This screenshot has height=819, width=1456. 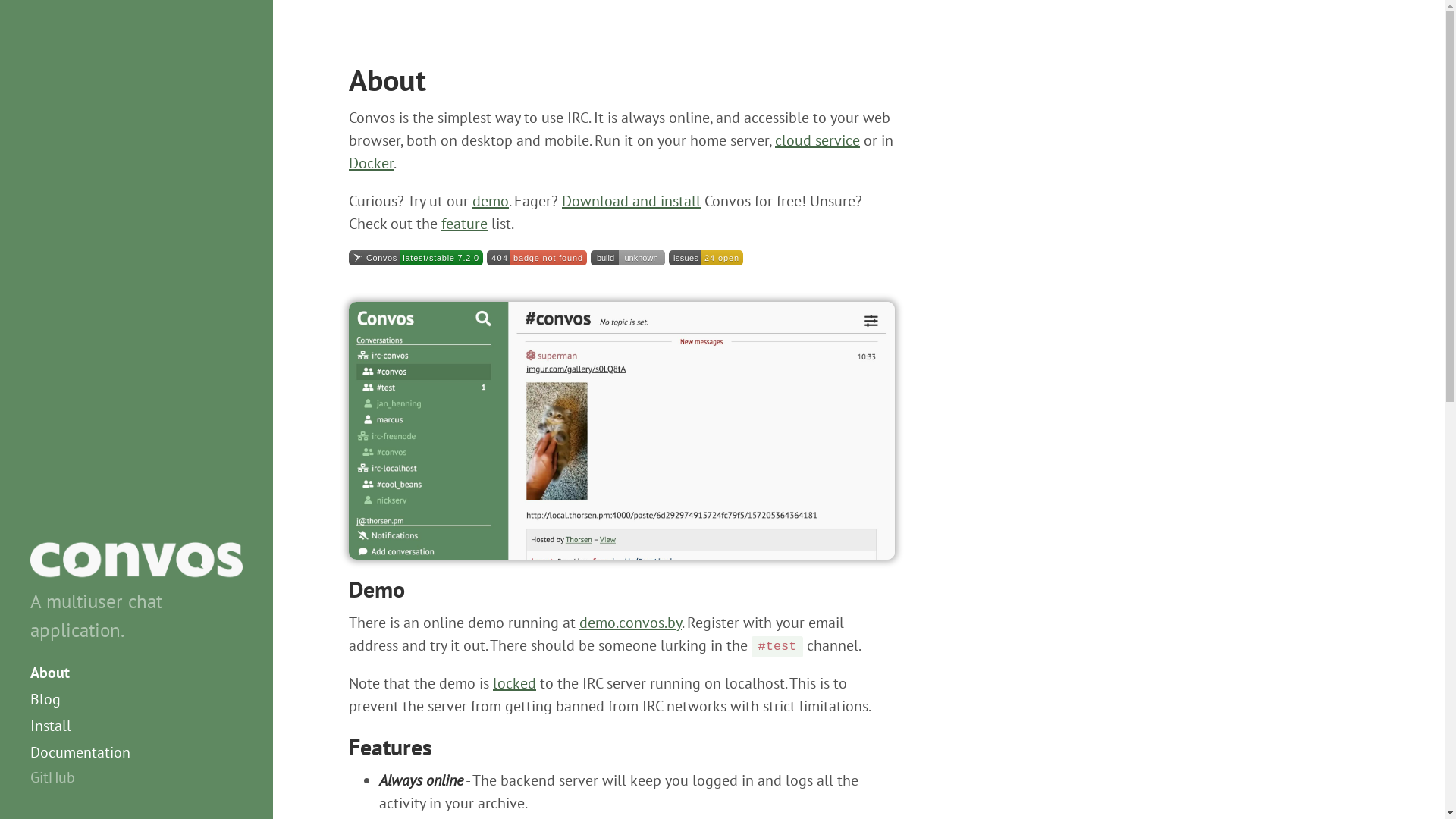 What do you see at coordinates (371, 163) in the screenshot?
I see `'Docker'` at bounding box center [371, 163].